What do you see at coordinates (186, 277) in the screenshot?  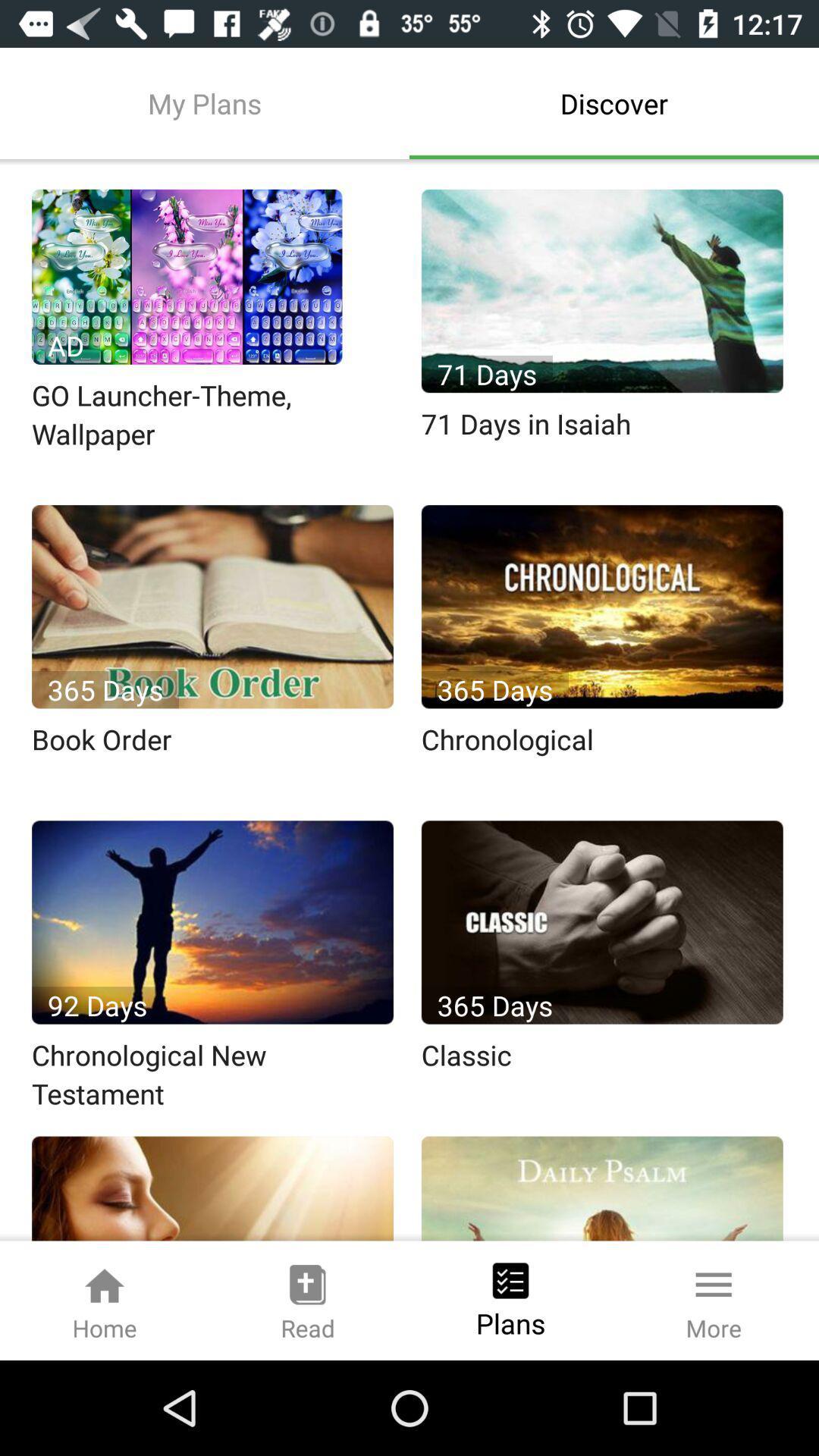 I see `the first picture` at bounding box center [186, 277].